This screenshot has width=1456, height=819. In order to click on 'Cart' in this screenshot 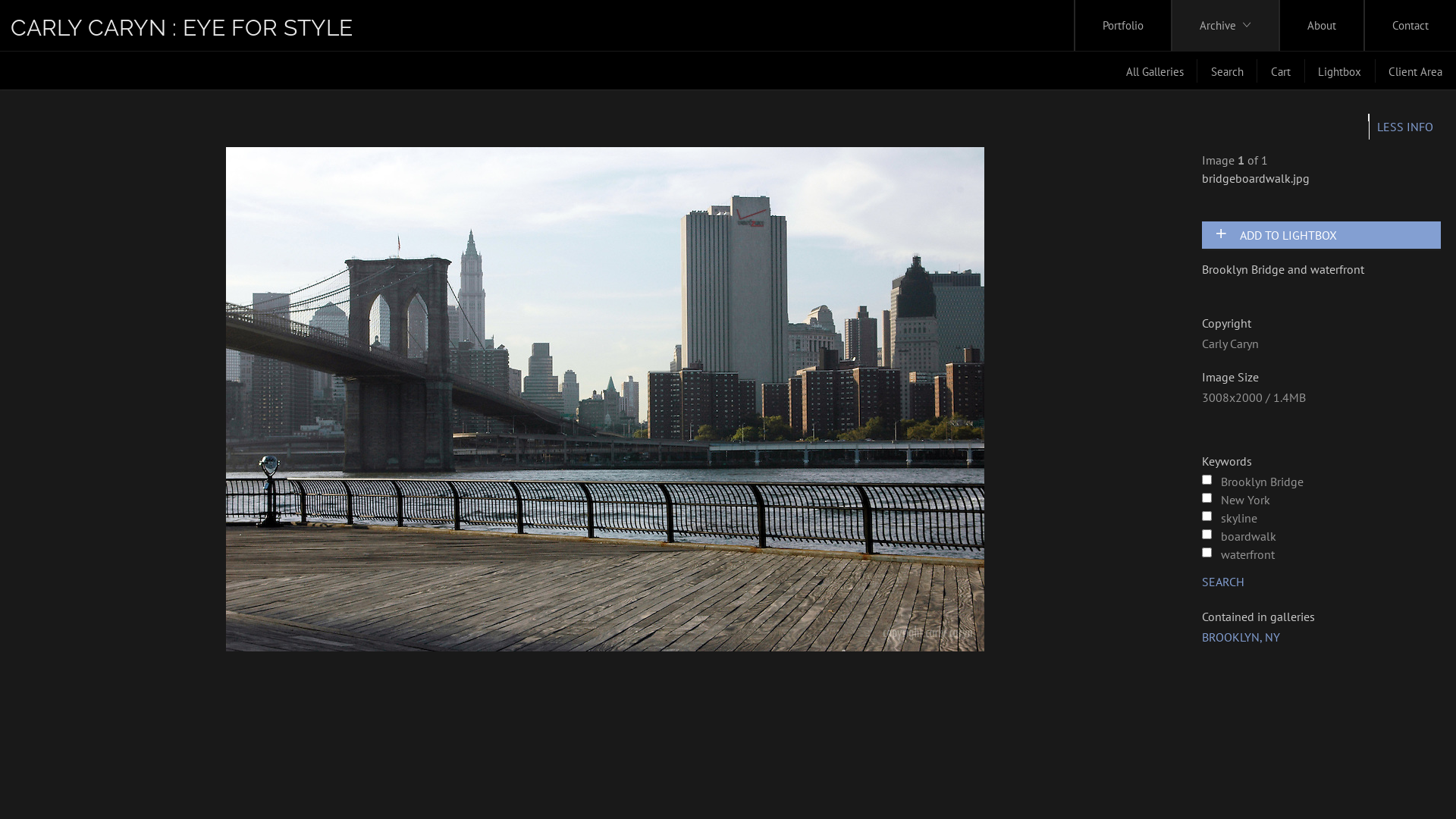, I will do `click(1257, 71)`.